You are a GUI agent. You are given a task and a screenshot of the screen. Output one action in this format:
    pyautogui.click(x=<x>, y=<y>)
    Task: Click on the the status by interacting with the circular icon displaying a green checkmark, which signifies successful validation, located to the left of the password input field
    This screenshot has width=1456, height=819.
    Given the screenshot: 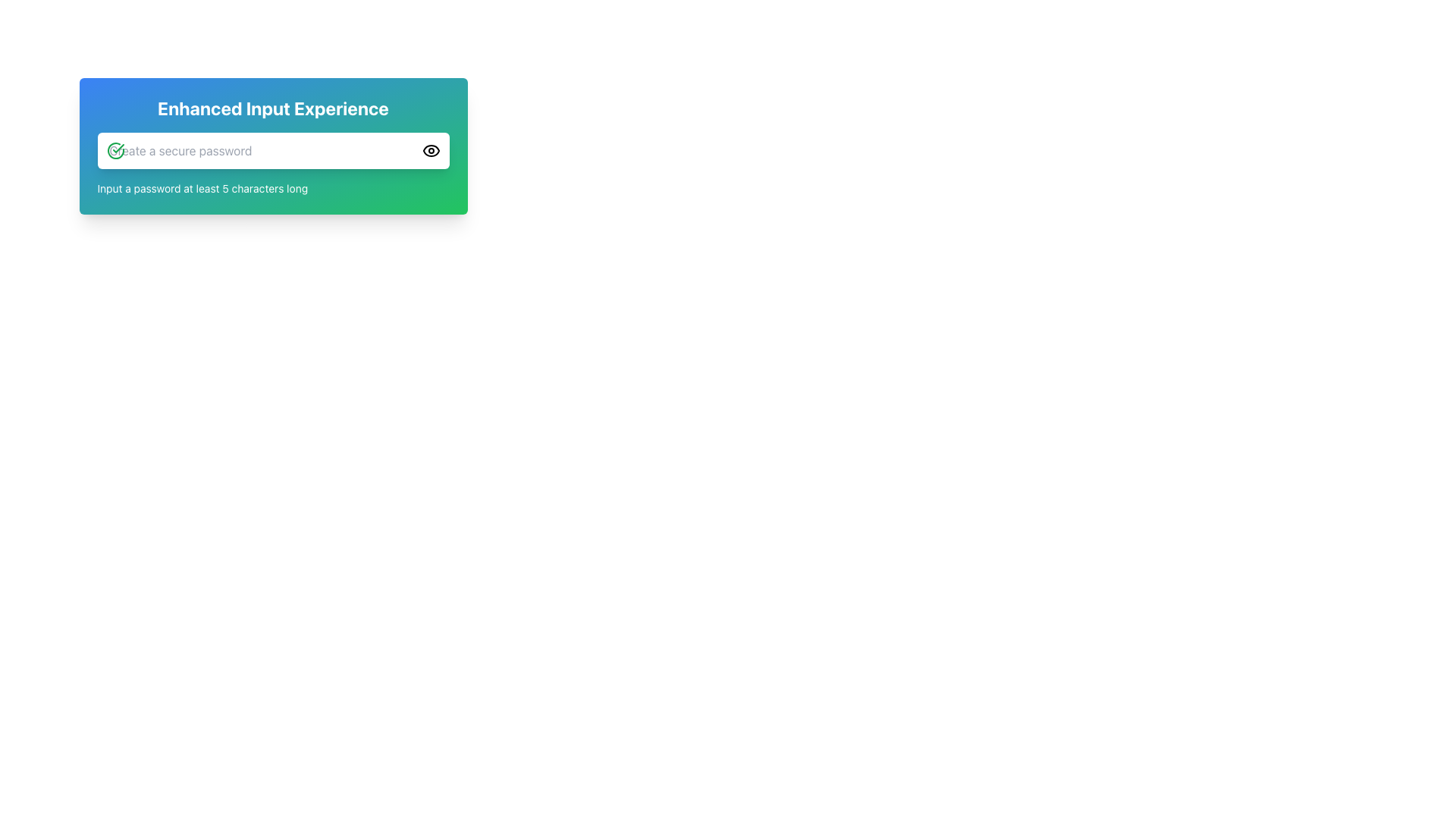 What is the action you would take?
    pyautogui.click(x=115, y=151)
    